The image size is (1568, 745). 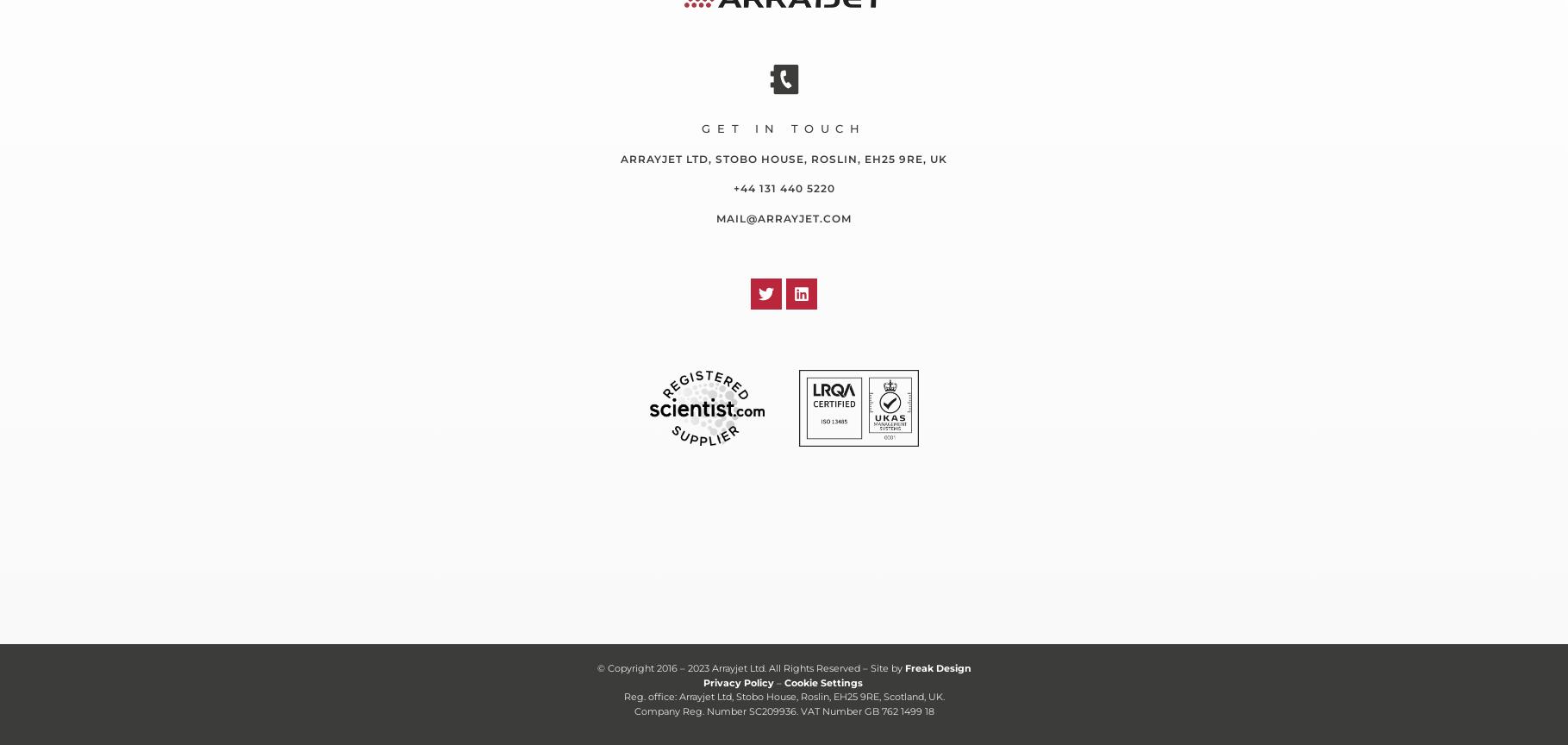 I want to click on 'Company Reg. Number SC209936. VAT Number GB 762 1499 18', so click(x=783, y=709).